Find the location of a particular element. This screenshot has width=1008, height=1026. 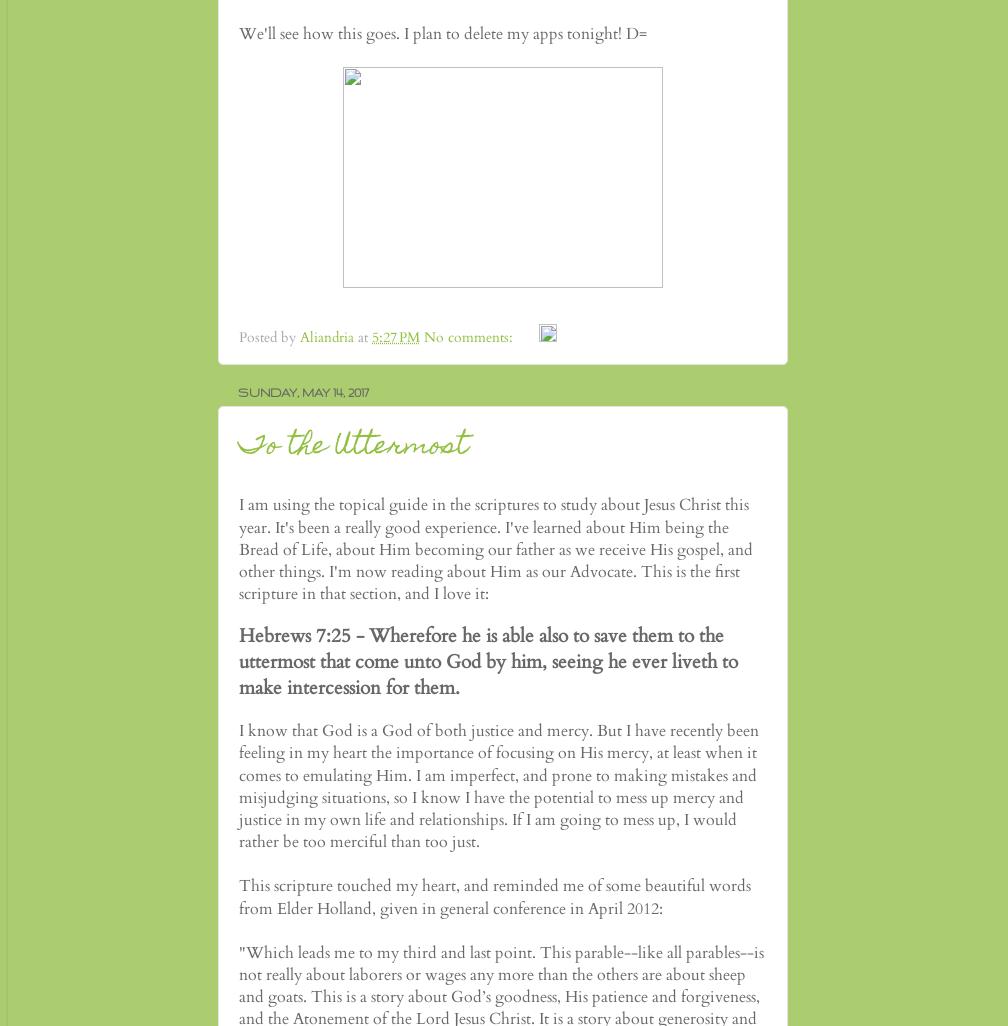

'No comments:' is located at coordinates (470, 336).